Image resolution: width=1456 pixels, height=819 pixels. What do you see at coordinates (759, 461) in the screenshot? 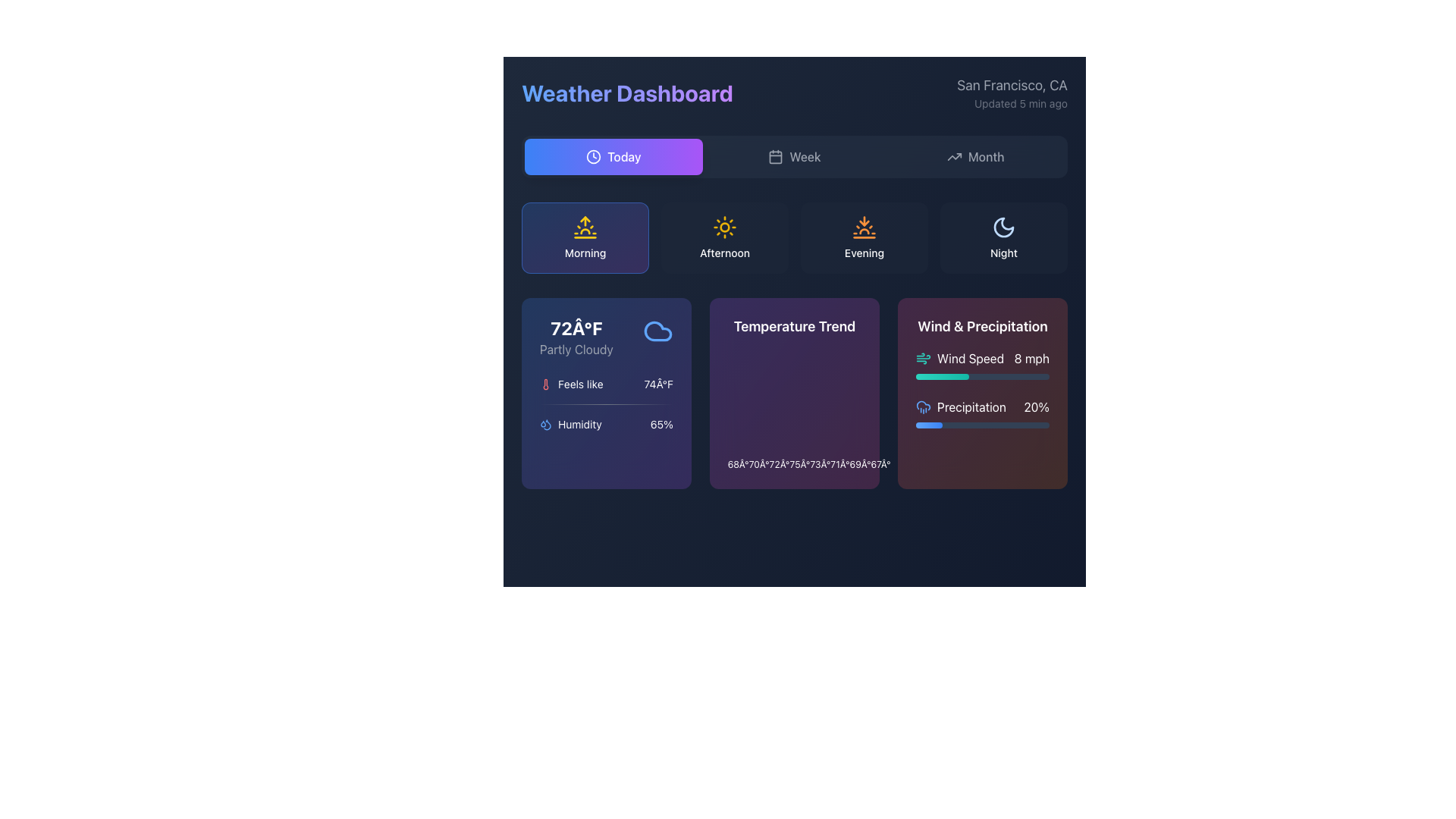
I see `the temperature display text label showing '70°' within the 'Temperature Trend' card` at bounding box center [759, 461].